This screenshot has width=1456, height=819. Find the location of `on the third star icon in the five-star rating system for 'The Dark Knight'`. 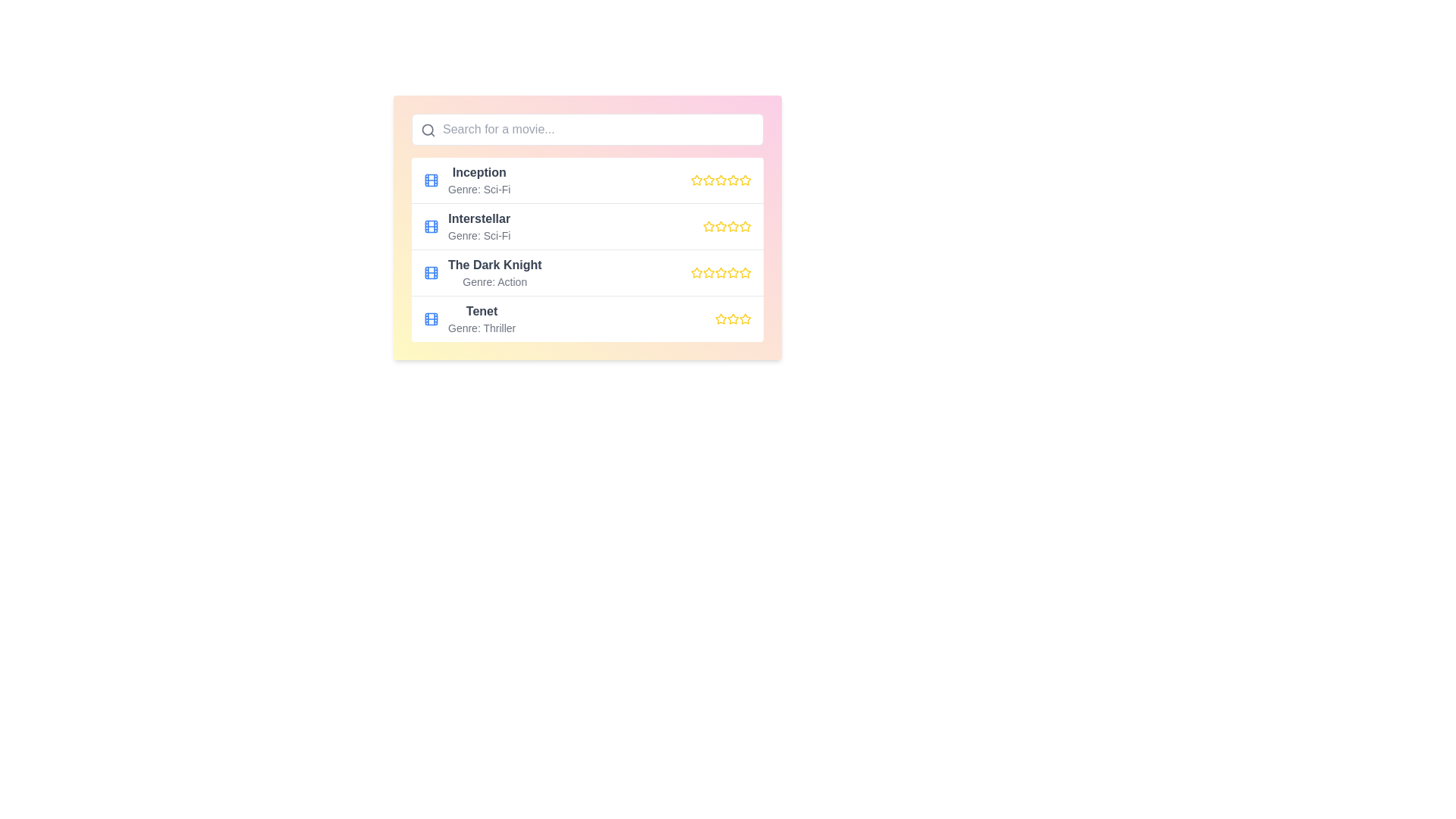

on the third star icon in the five-star rating system for 'The Dark Knight' is located at coordinates (708, 271).